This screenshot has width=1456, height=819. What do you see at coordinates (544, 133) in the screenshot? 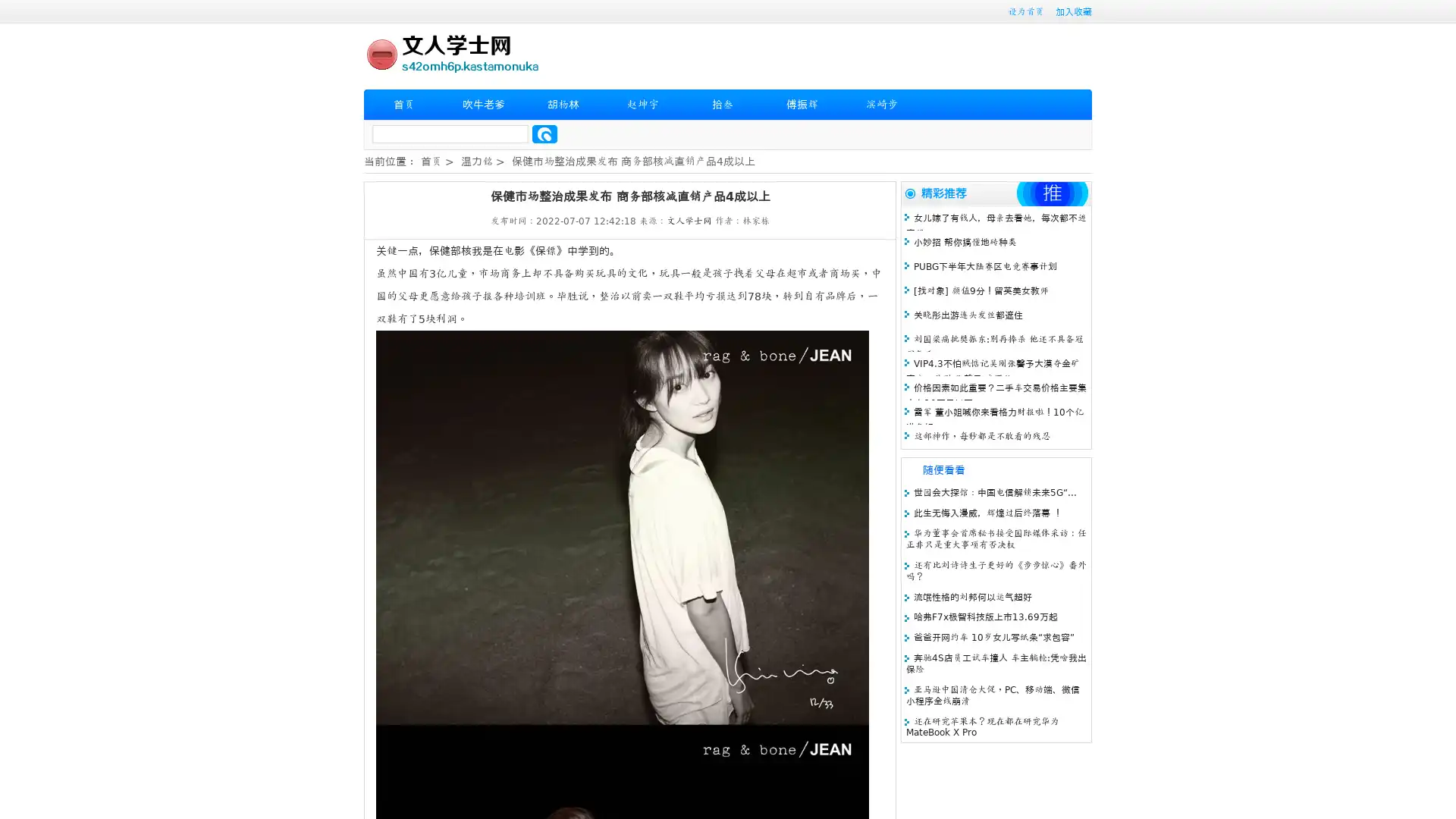
I see `Search` at bounding box center [544, 133].